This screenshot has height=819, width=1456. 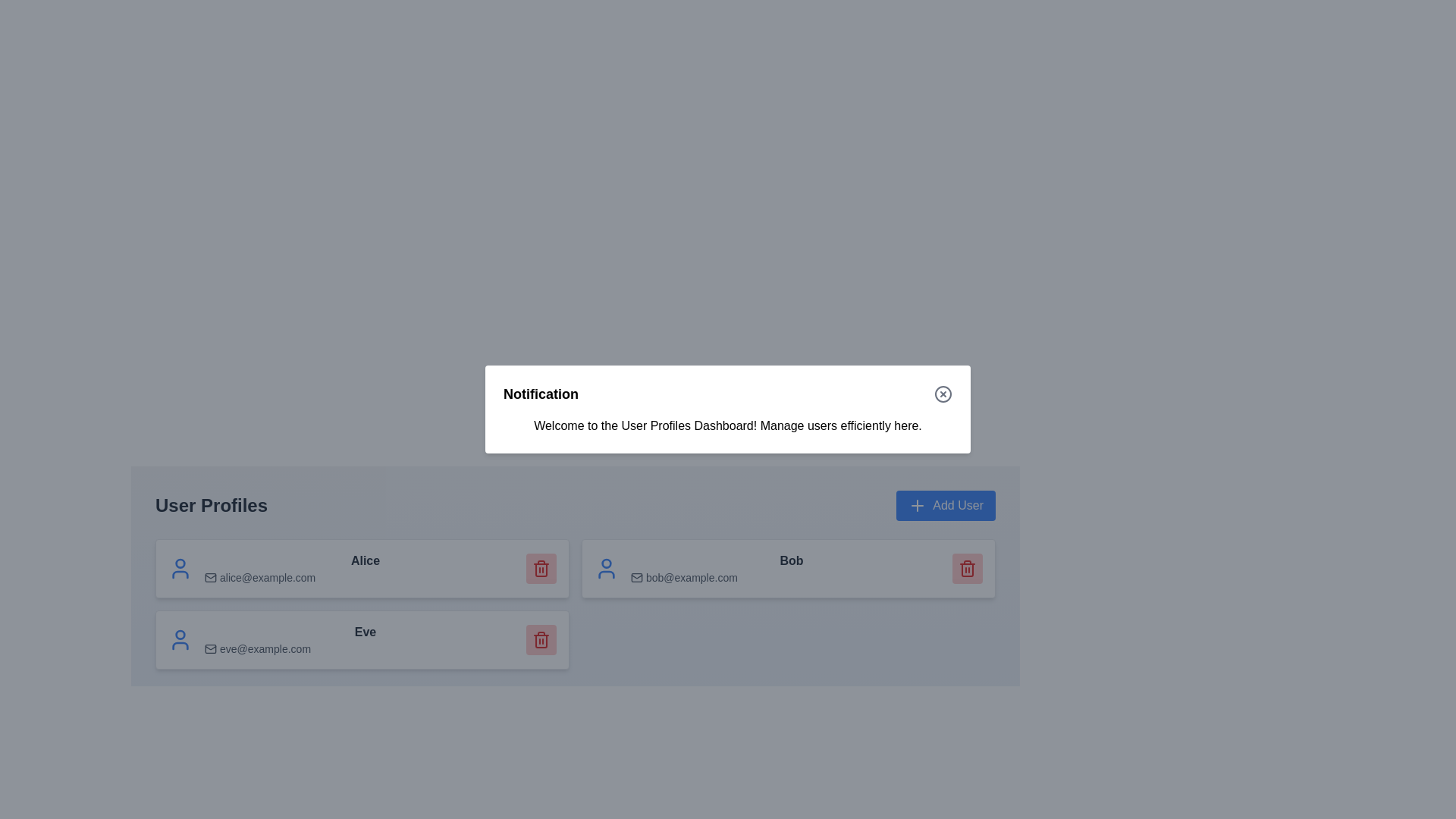 I want to click on the user icon representing 'Bob', located at the leftmost side of the card containing their name and email, so click(x=607, y=568).